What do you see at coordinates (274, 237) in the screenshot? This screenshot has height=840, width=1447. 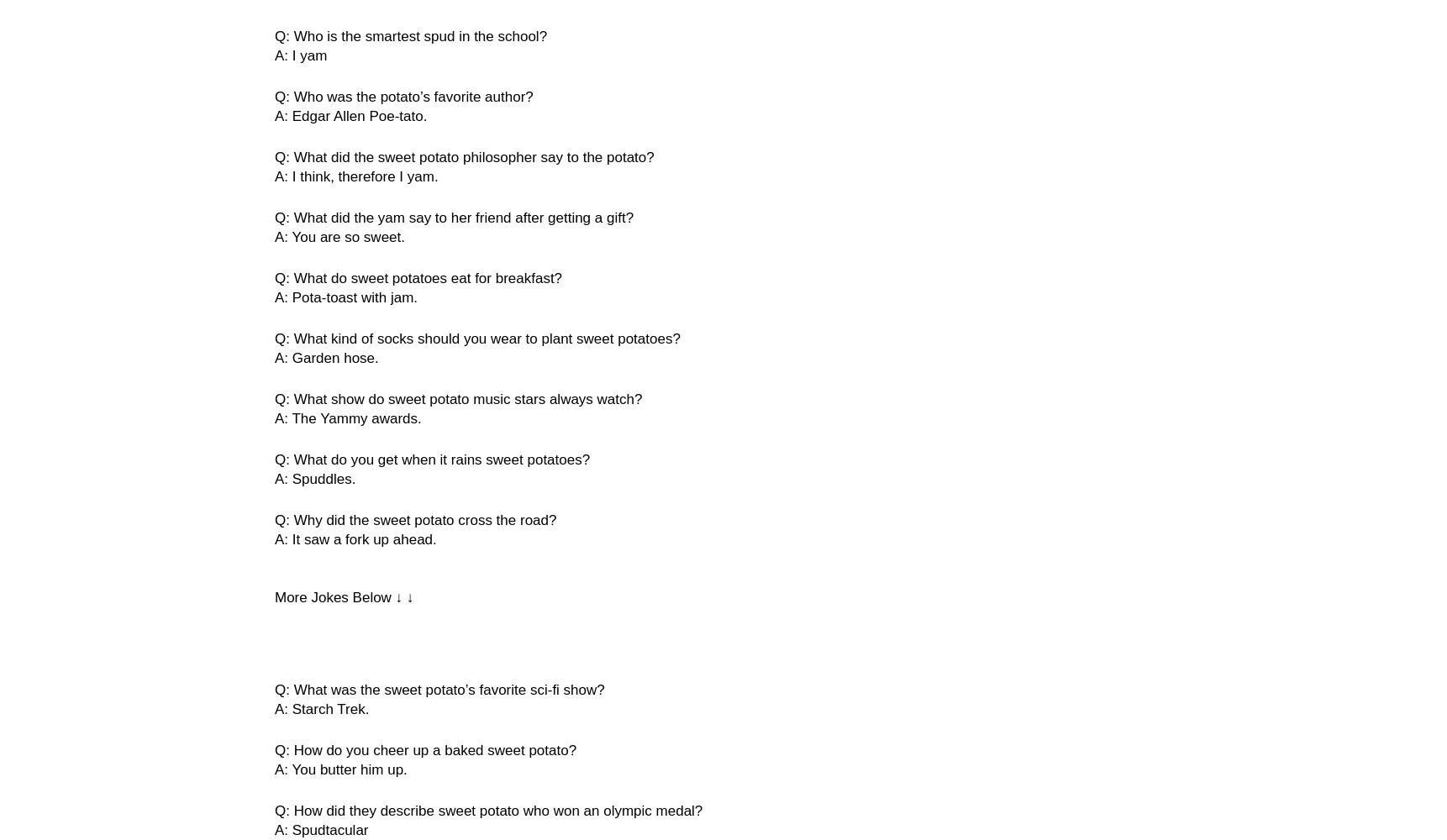 I see `'A: You are so sweet.'` at bounding box center [274, 237].